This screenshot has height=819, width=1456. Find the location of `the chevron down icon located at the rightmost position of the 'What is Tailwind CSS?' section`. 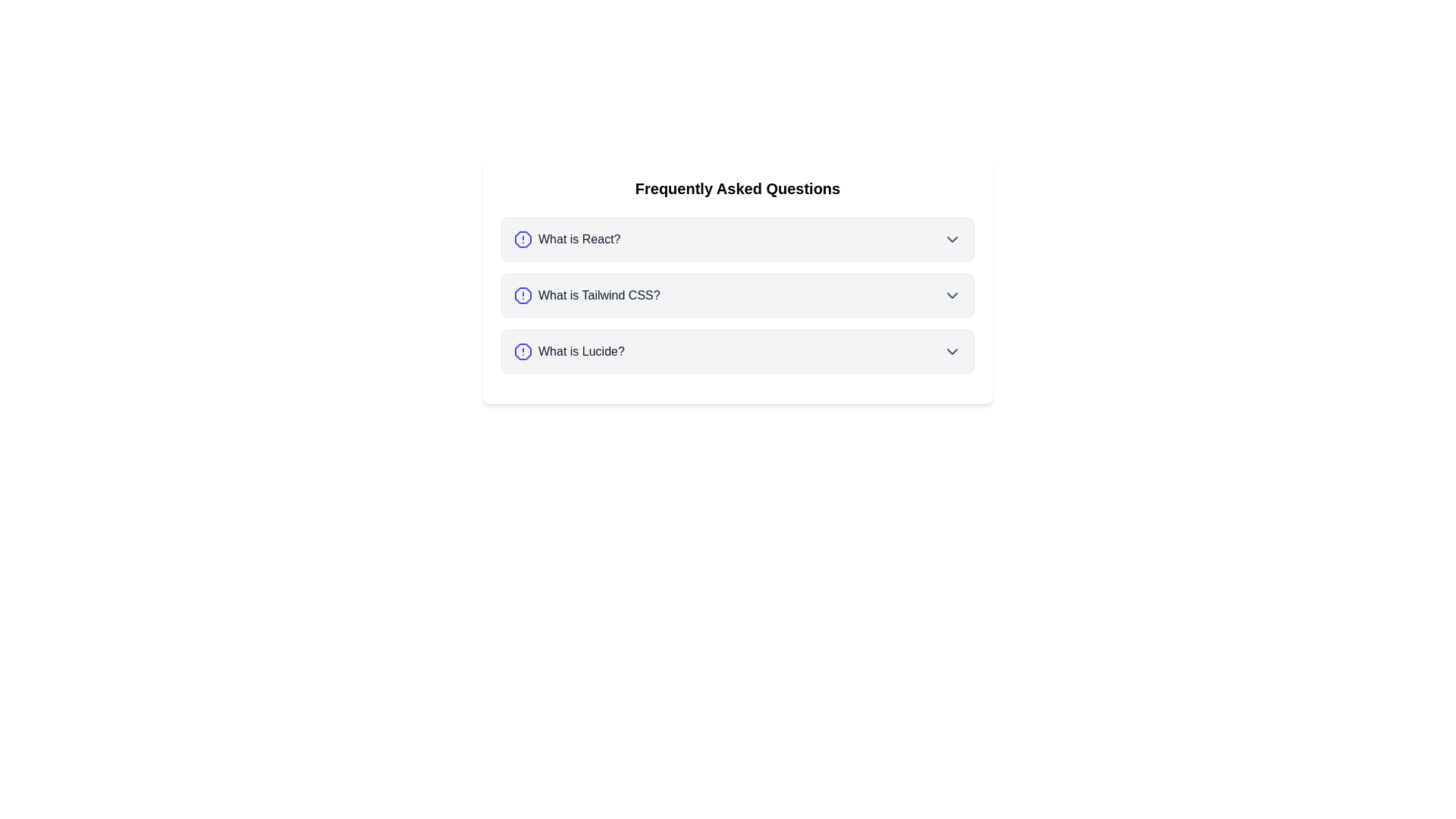

the chevron down icon located at the rightmost position of the 'What is Tailwind CSS?' section is located at coordinates (952, 295).